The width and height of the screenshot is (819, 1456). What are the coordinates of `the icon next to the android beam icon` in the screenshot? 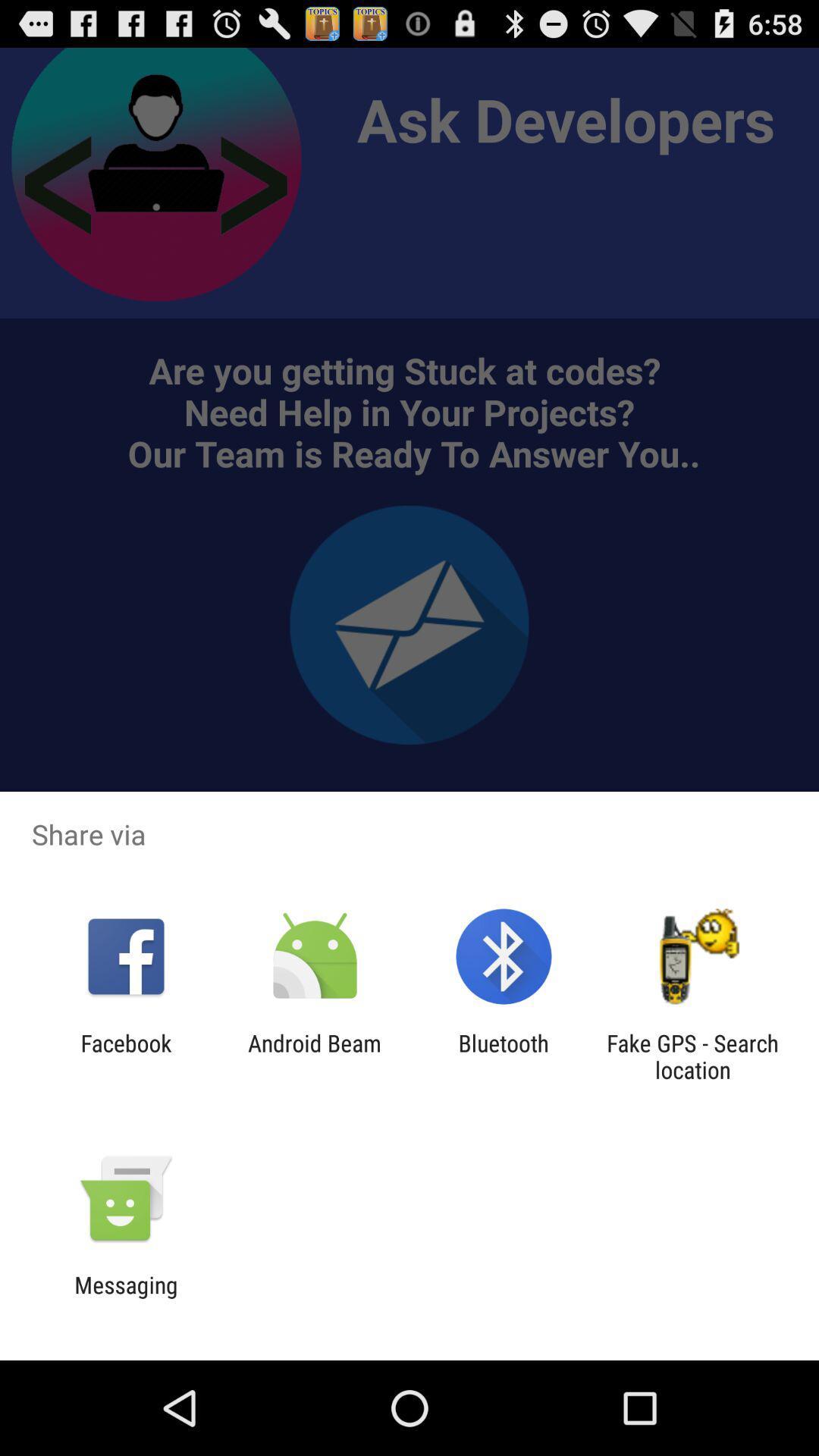 It's located at (125, 1056).